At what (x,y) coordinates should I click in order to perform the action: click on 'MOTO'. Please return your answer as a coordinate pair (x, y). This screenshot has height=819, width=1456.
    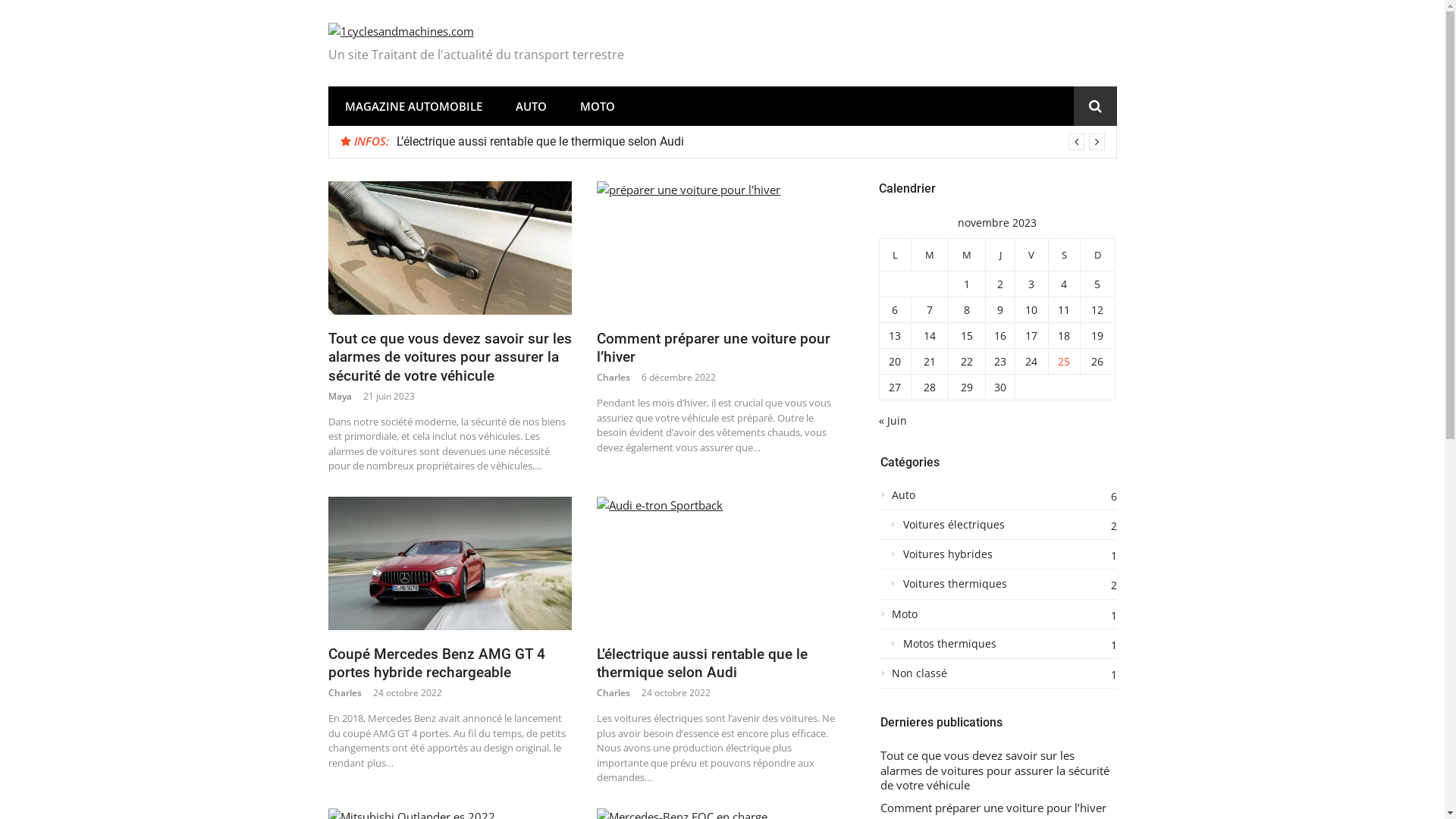
    Looking at the image, I should click on (596, 105).